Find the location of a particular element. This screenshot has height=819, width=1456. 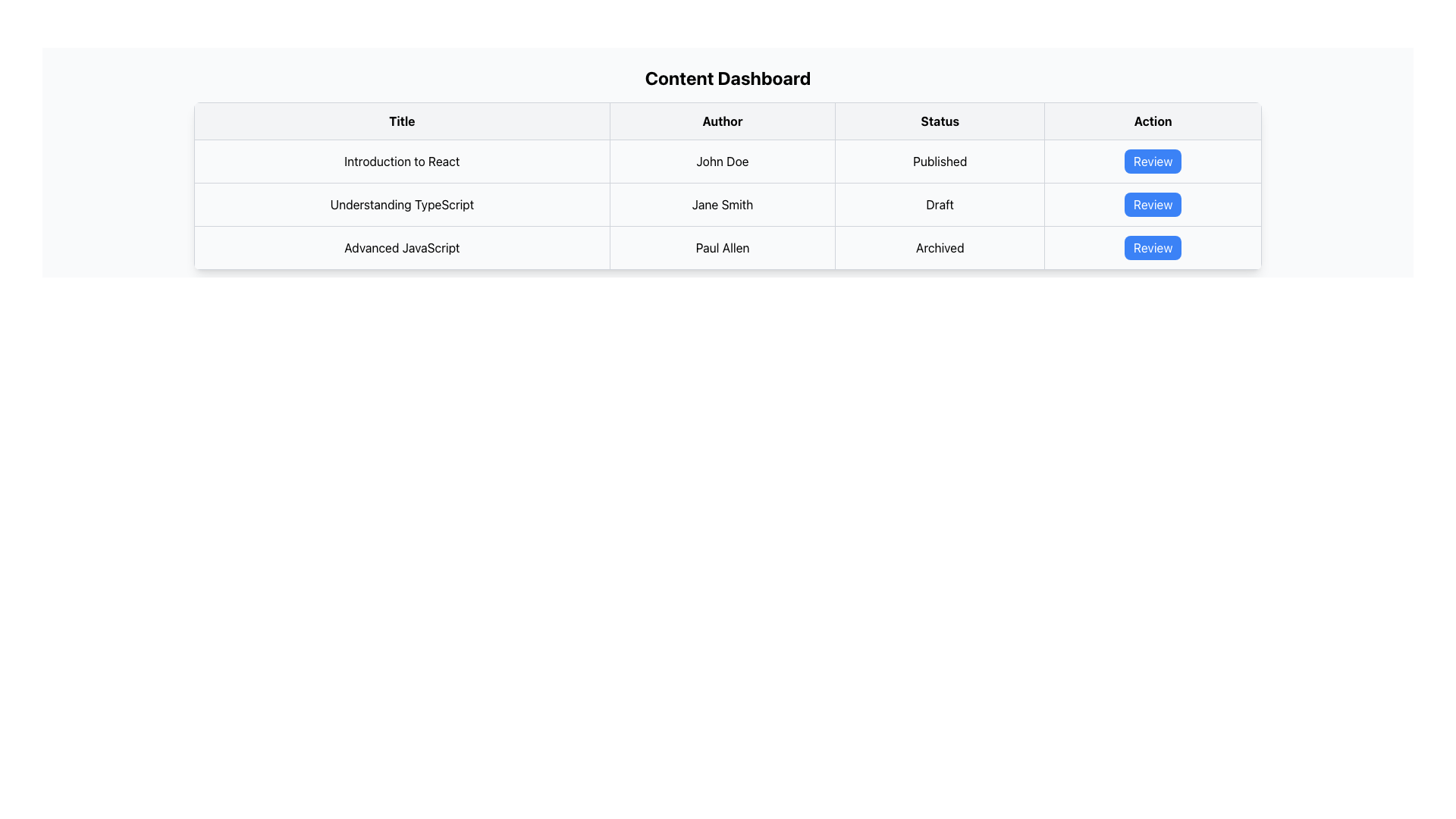

the blue 'Review' button with rounded corners located in the first row of the 'Action' column is located at coordinates (1153, 161).